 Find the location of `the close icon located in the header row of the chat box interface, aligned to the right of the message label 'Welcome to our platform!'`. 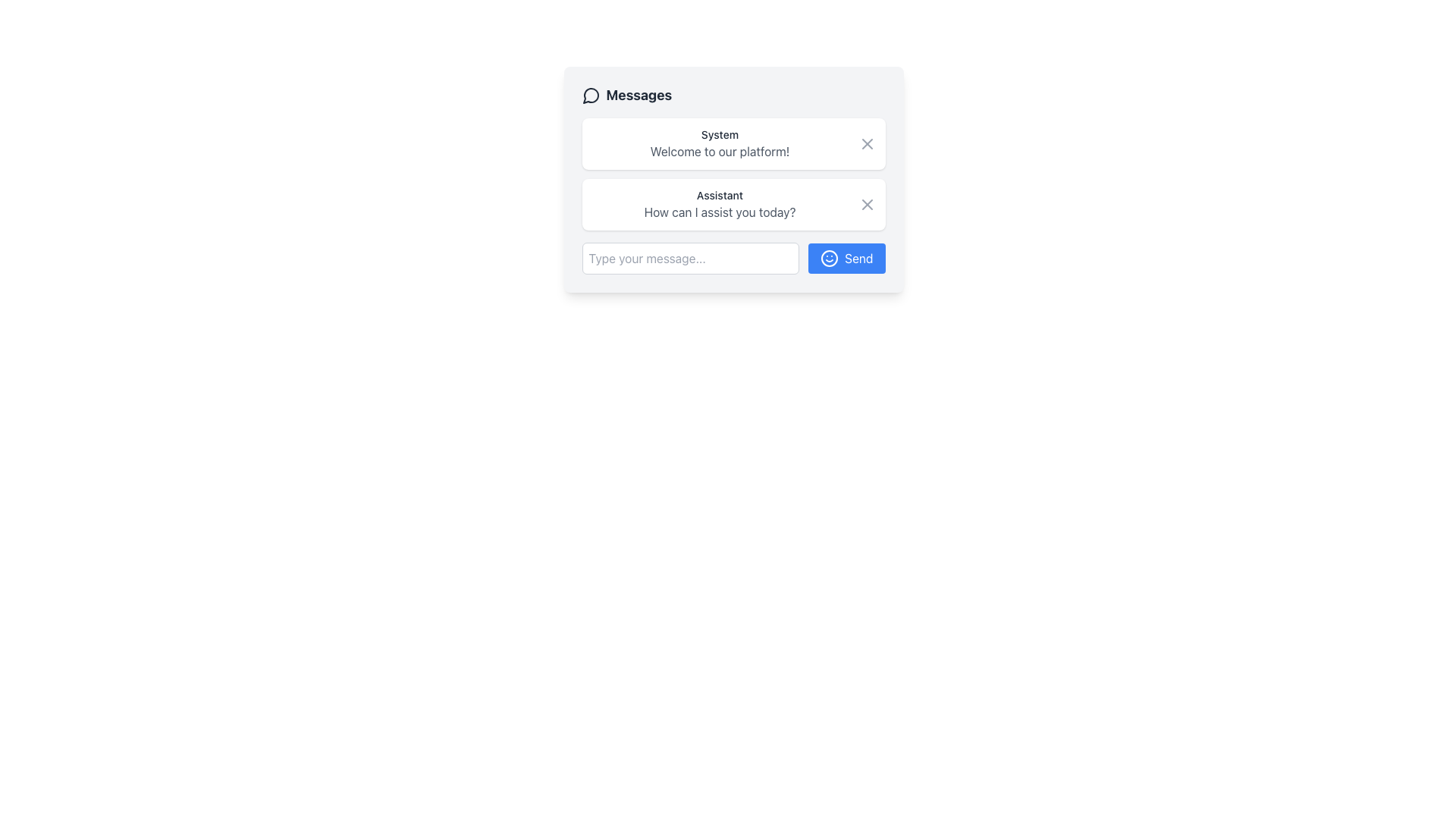

the close icon located in the header row of the chat box interface, aligned to the right of the message label 'Welcome to our platform!' is located at coordinates (867, 143).